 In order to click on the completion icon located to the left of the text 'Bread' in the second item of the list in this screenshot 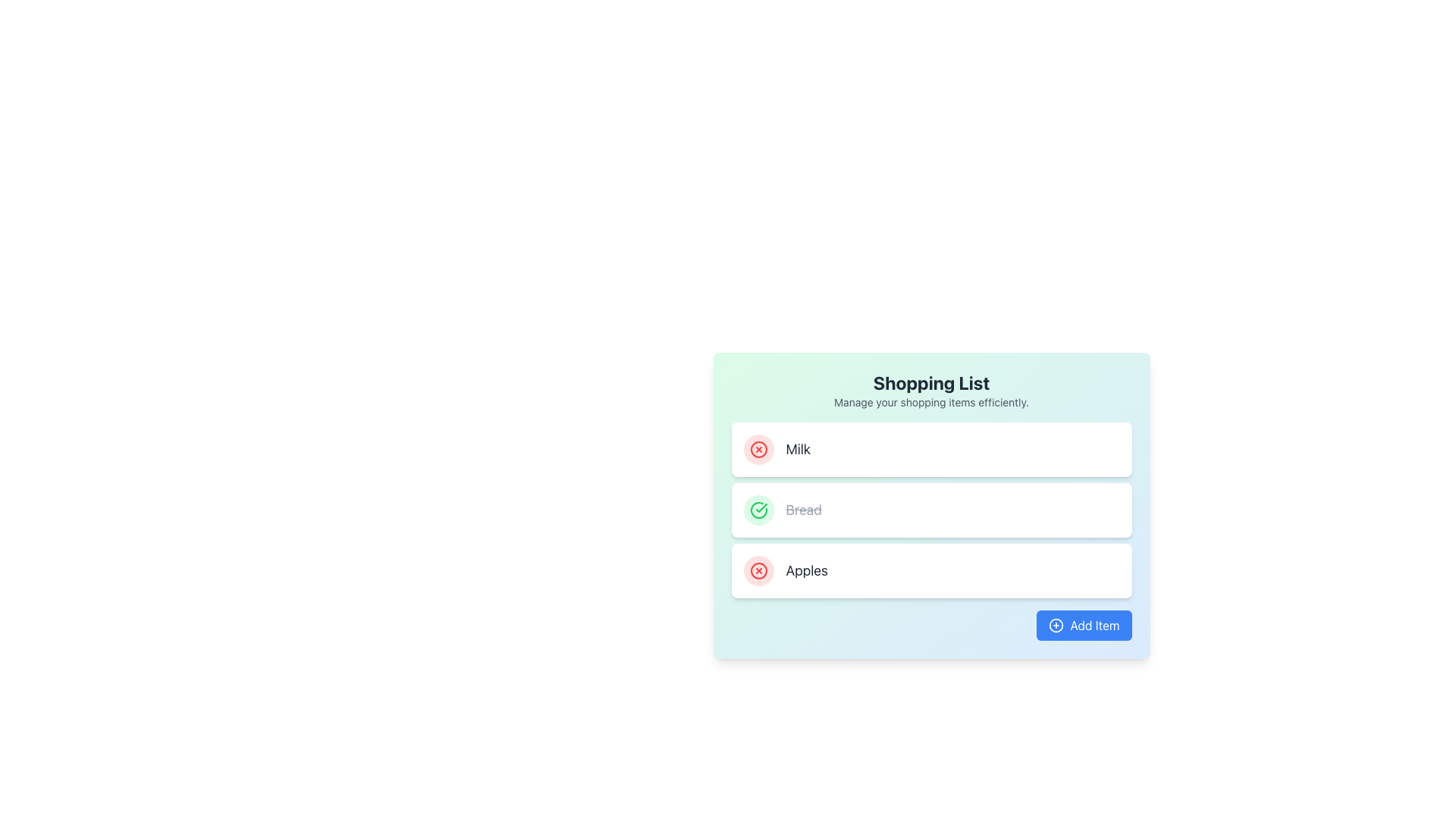, I will do `click(758, 510)`.